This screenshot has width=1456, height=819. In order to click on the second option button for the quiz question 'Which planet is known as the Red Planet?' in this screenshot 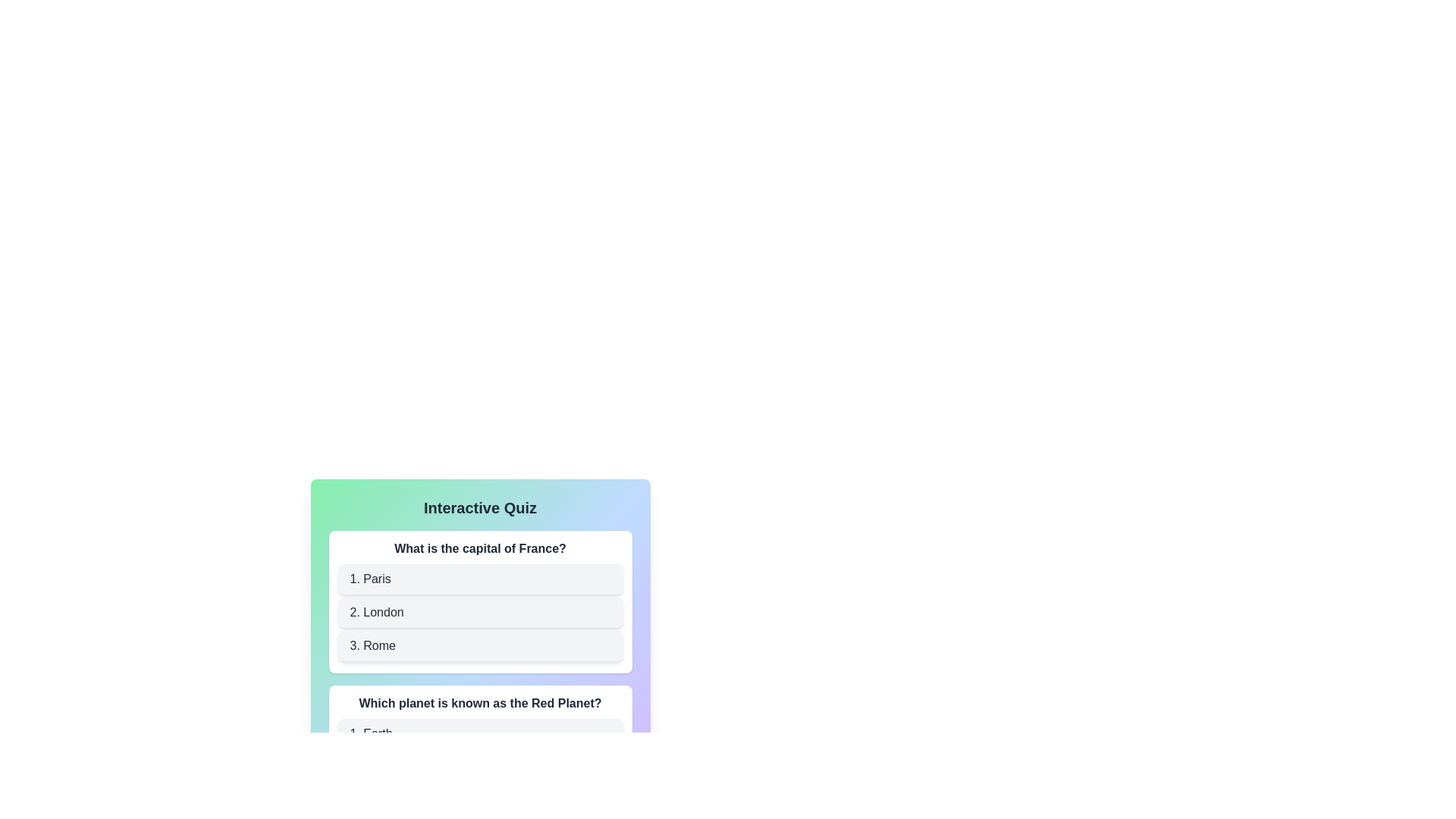, I will do `click(479, 767)`.